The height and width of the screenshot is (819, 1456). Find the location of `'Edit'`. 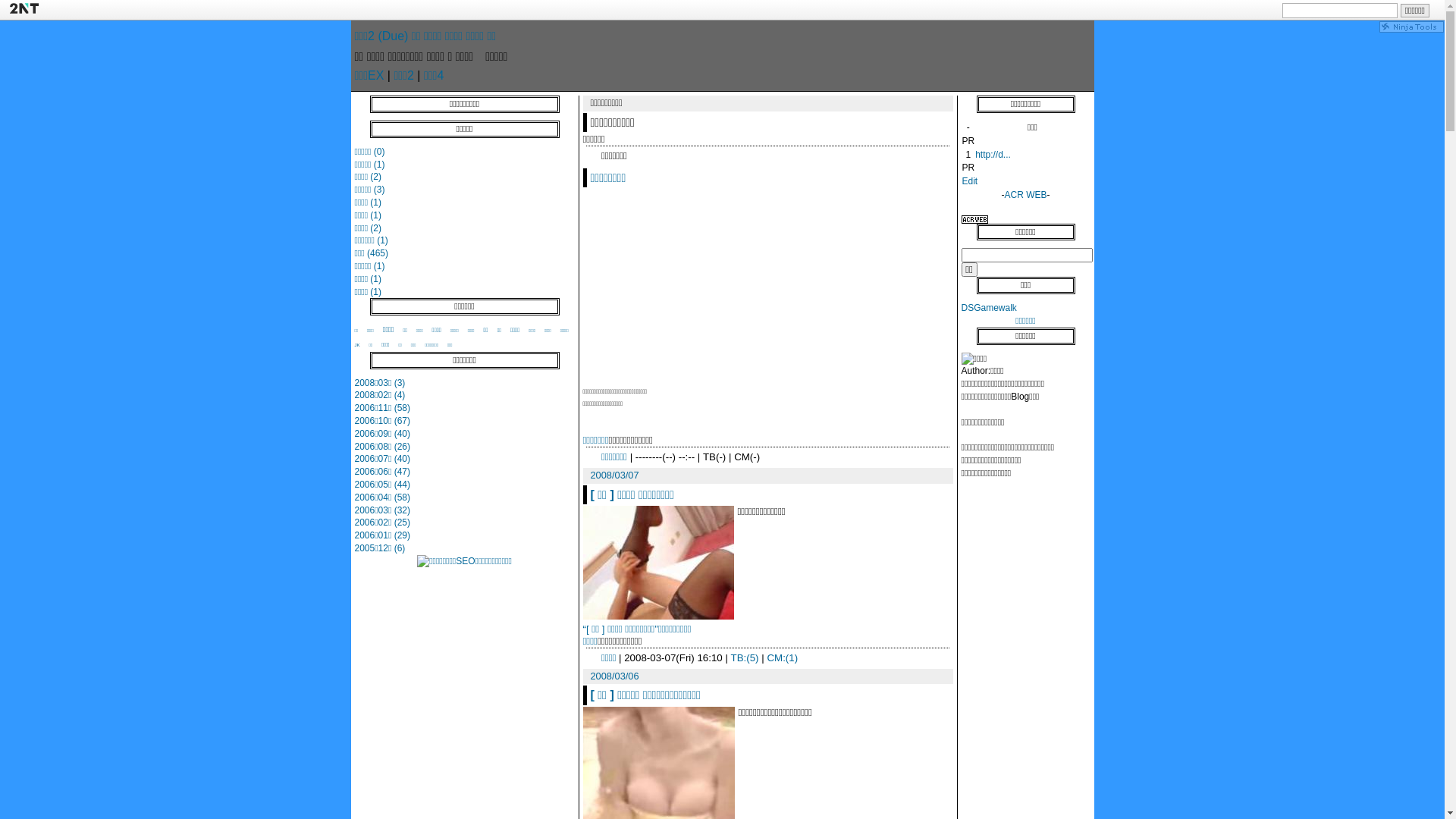

'Edit' is located at coordinates (960, 180).